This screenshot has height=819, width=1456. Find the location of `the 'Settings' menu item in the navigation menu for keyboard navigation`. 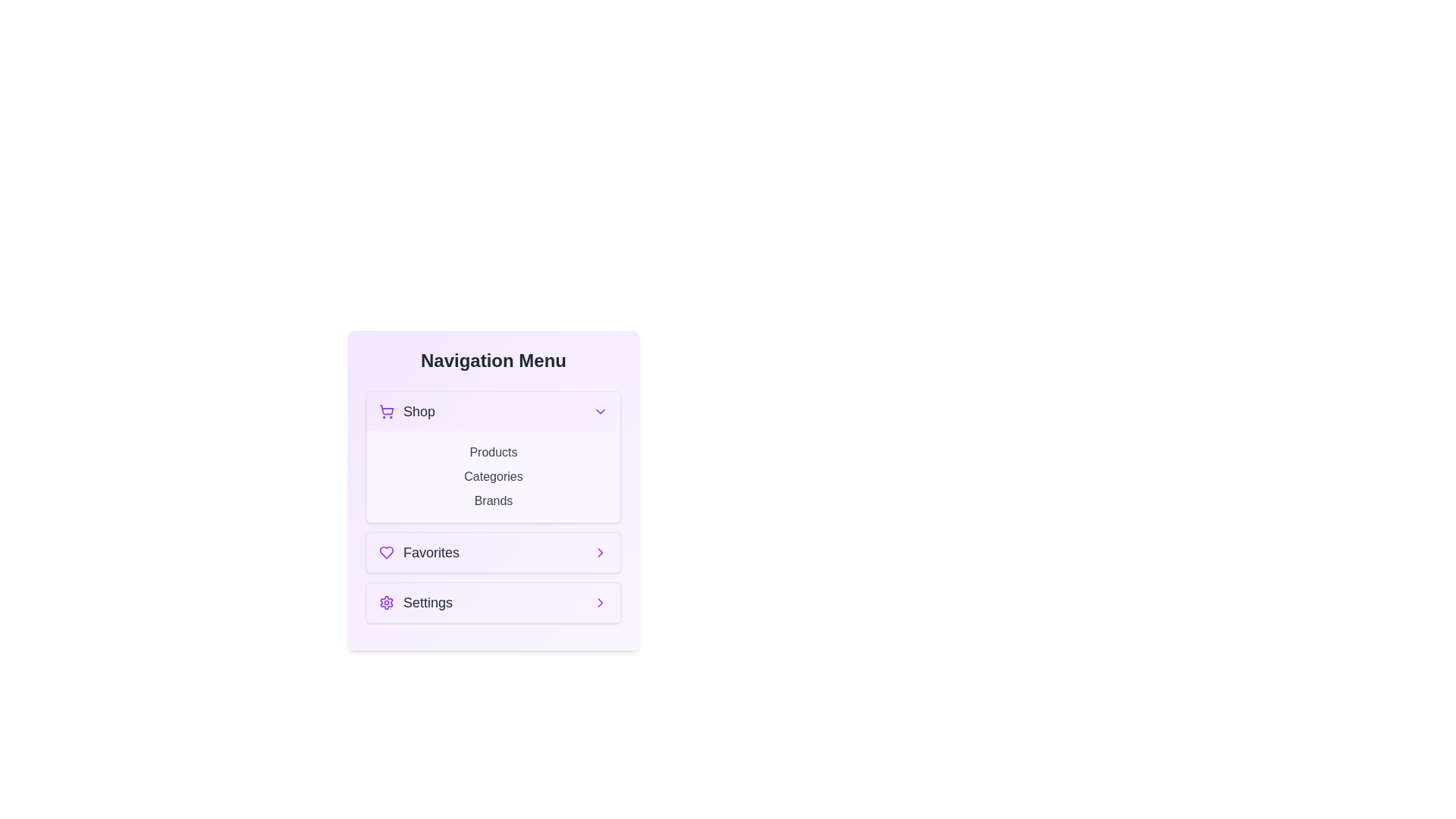

the 'Settings' menu item in the navigation menu for keyboard navigation is located at coordinates (494, 601).